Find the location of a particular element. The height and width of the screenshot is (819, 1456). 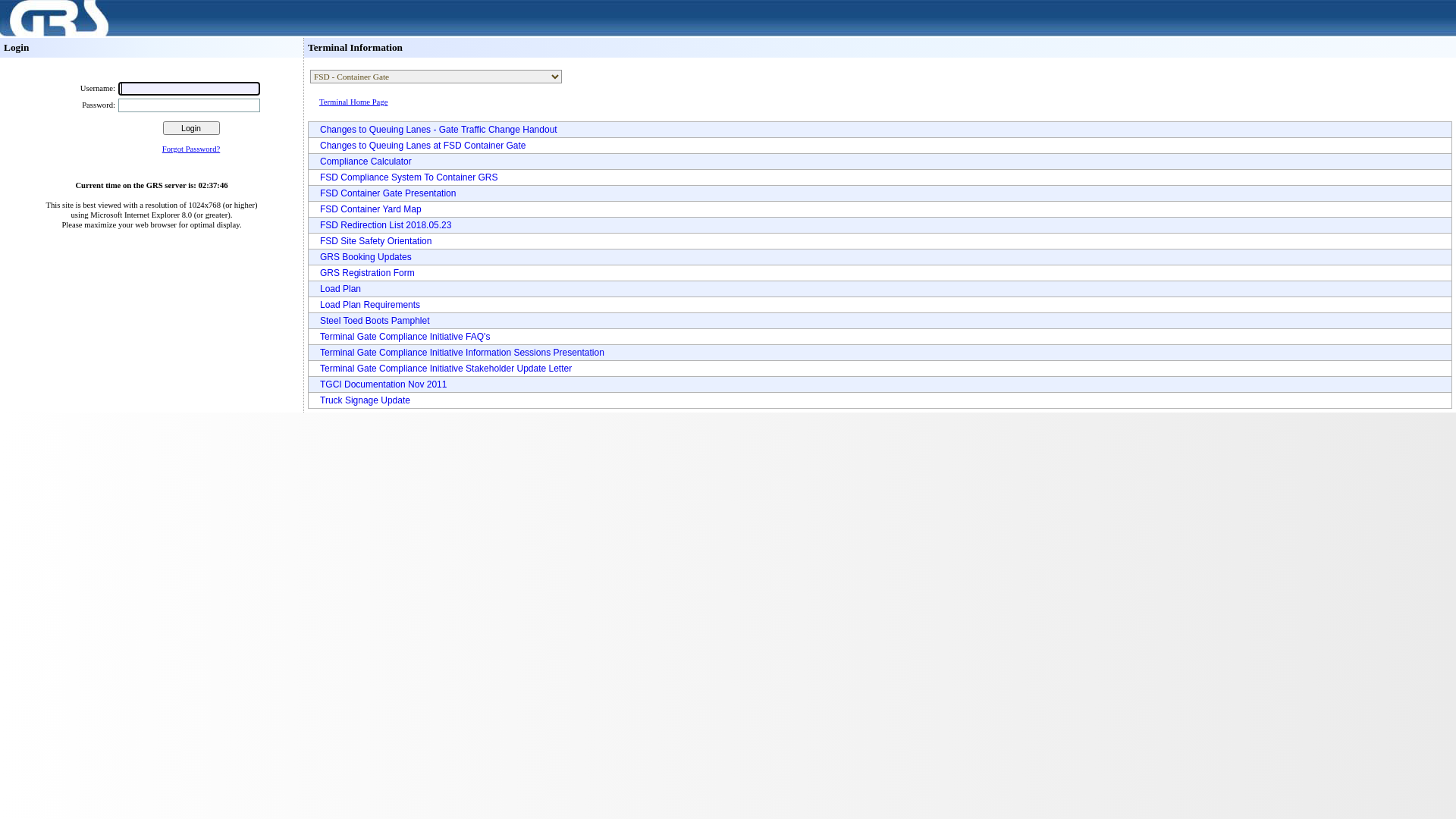

'Forgot Password?' is located at coordinates (190, 149).